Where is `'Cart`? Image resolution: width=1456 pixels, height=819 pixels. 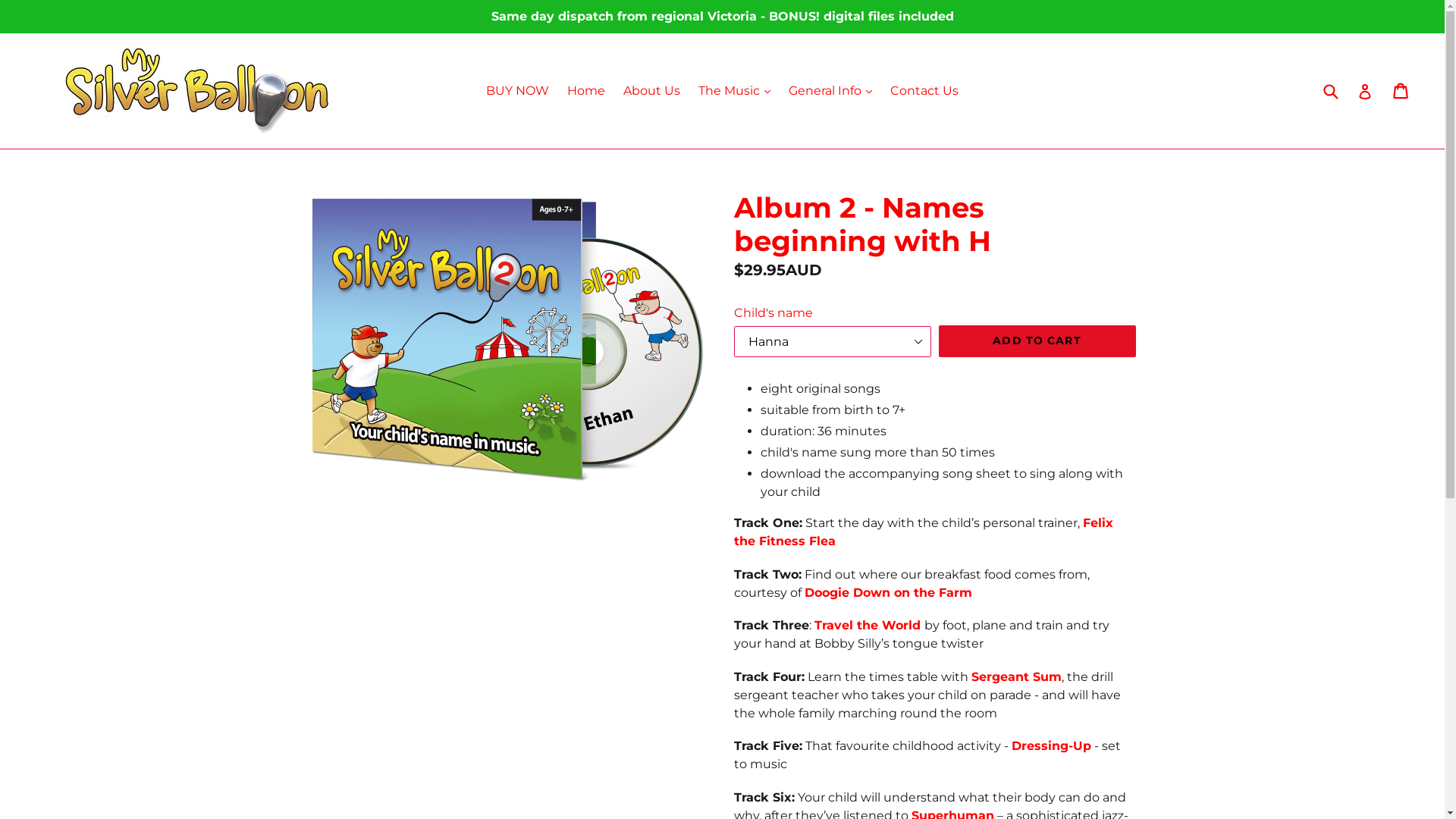 'Cart is located at coordinates (1401, 90).